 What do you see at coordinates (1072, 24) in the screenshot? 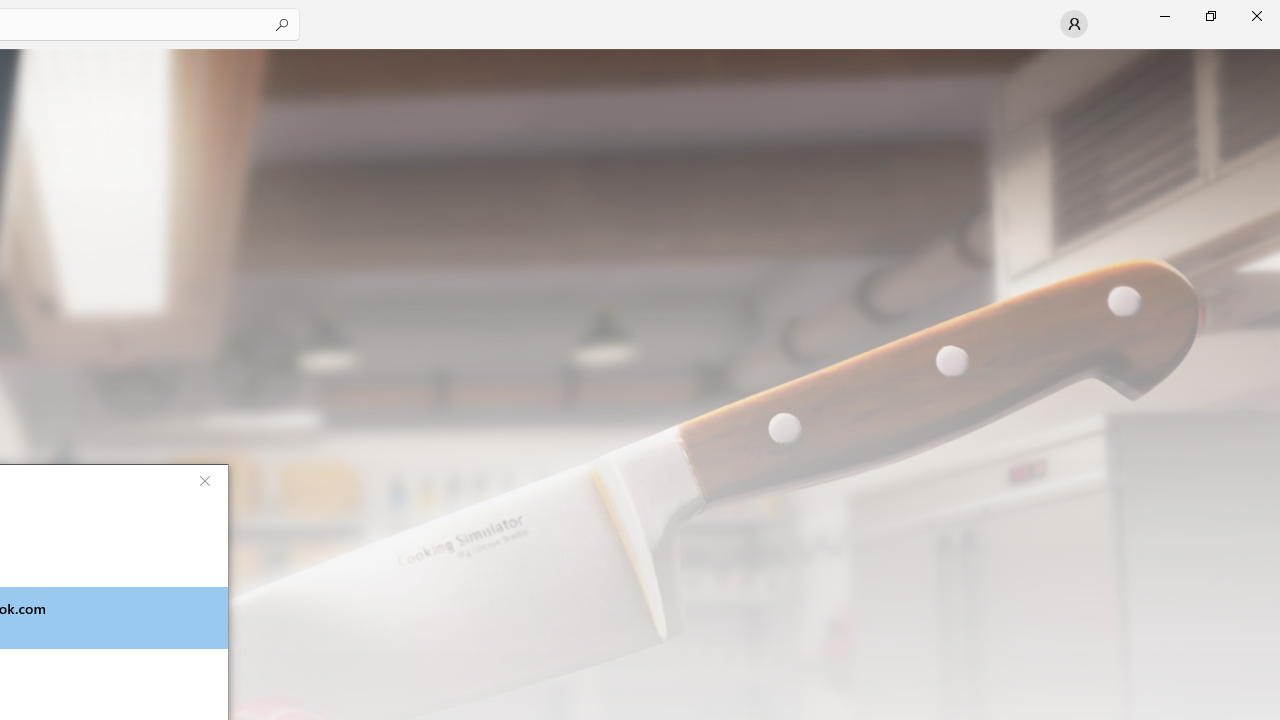
I see `'User profile'` at bounding box center [1072, 24].